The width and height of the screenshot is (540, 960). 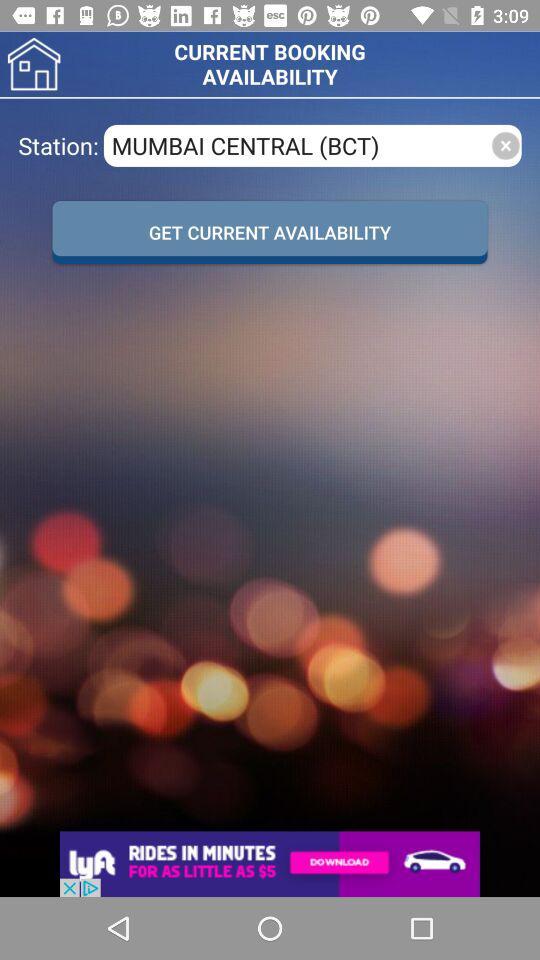 What do you see at coordinates (270, 863) in the screenshot?
I see `details about advertisement` at bounding box center [270, 863].